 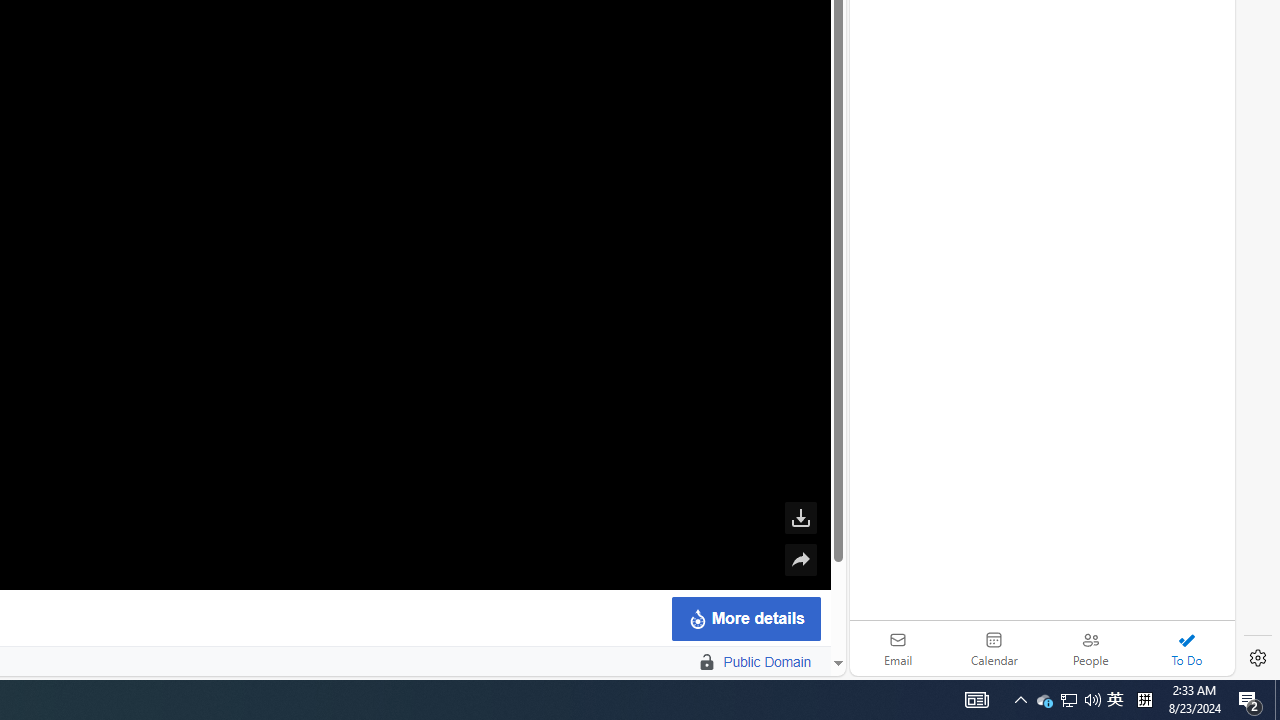 What do you see at coordinates (1186, 648) in the screenshot?
I see `'To Do'` at bounding box center [1186, 648].